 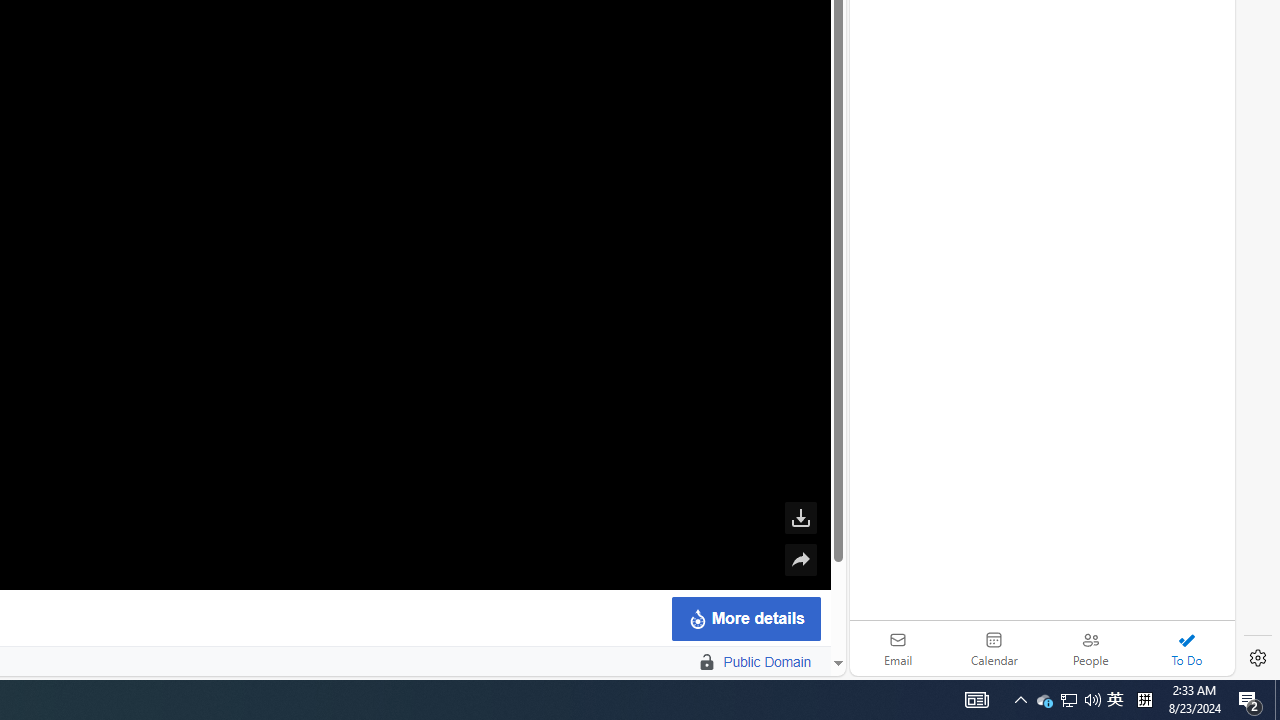 What do you see at coordinates (1186, 648) in the screenshot?
I see `'To Do'` at bounding box center [1186, 648].